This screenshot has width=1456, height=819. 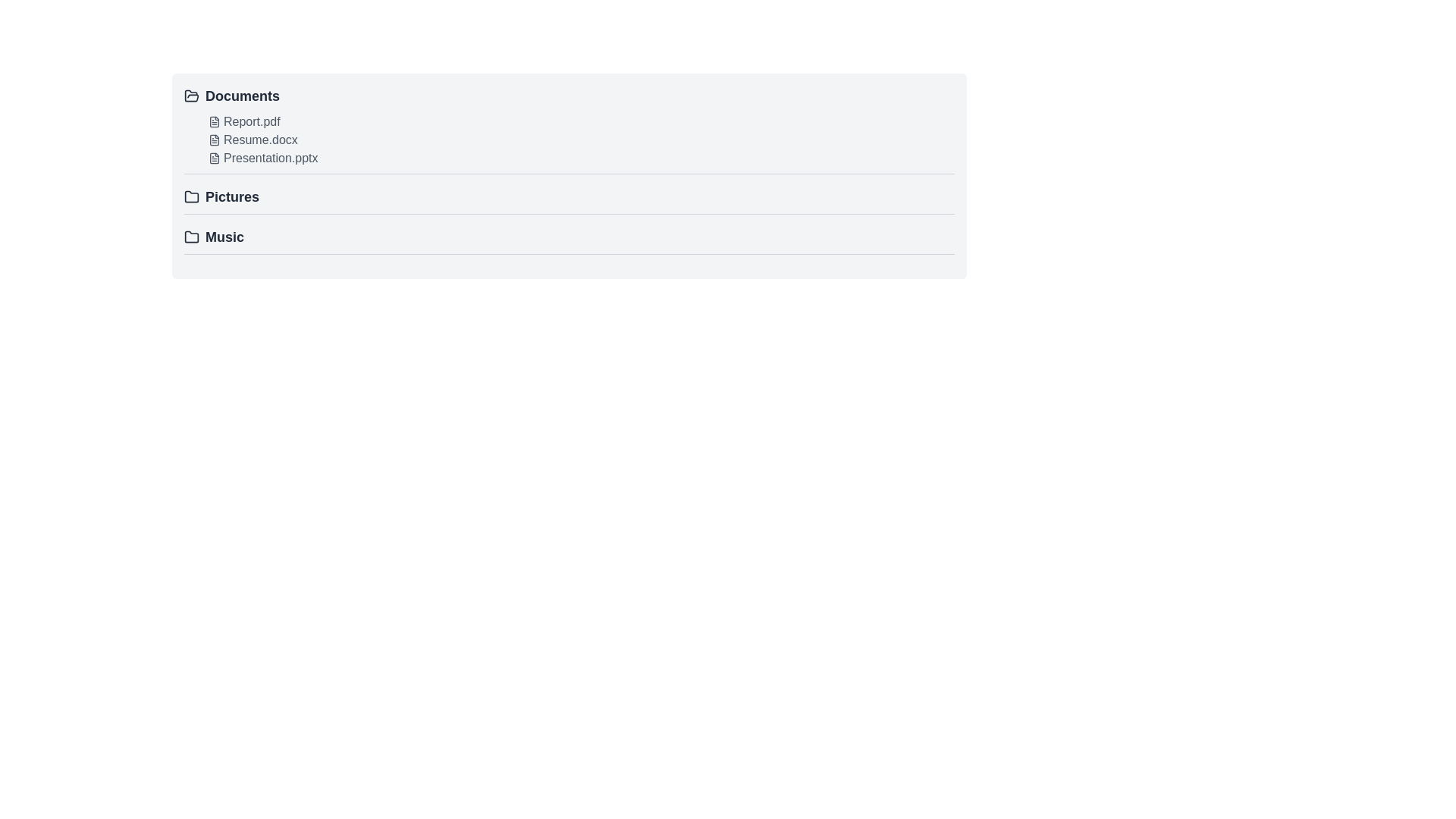 I want to click on the file icon representing 'Presentation.pptx', so click(x=214, y=158).